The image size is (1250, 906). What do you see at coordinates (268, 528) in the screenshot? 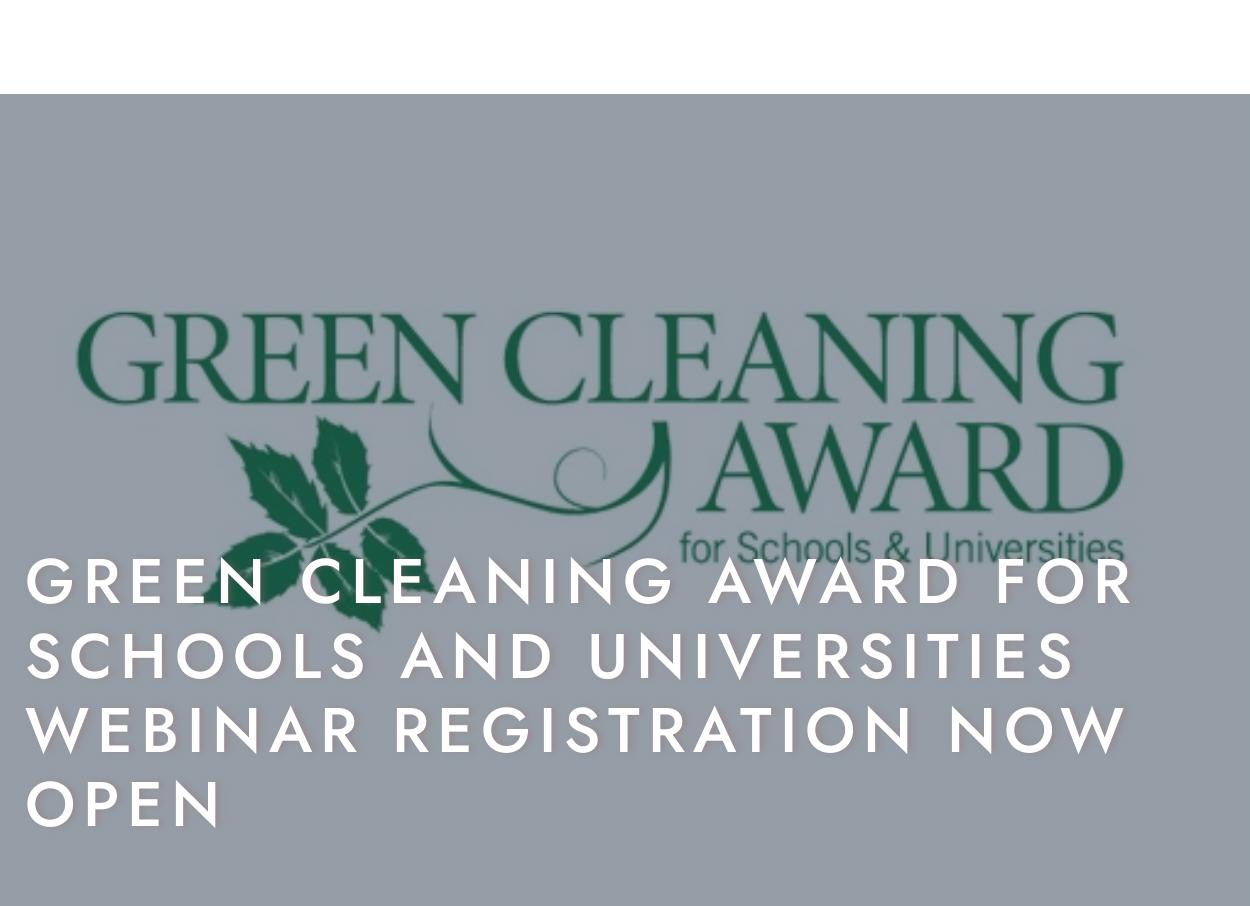
I see `'Steve Ashkin, Green Cleaning Network'` at bounding box center [268, 528].